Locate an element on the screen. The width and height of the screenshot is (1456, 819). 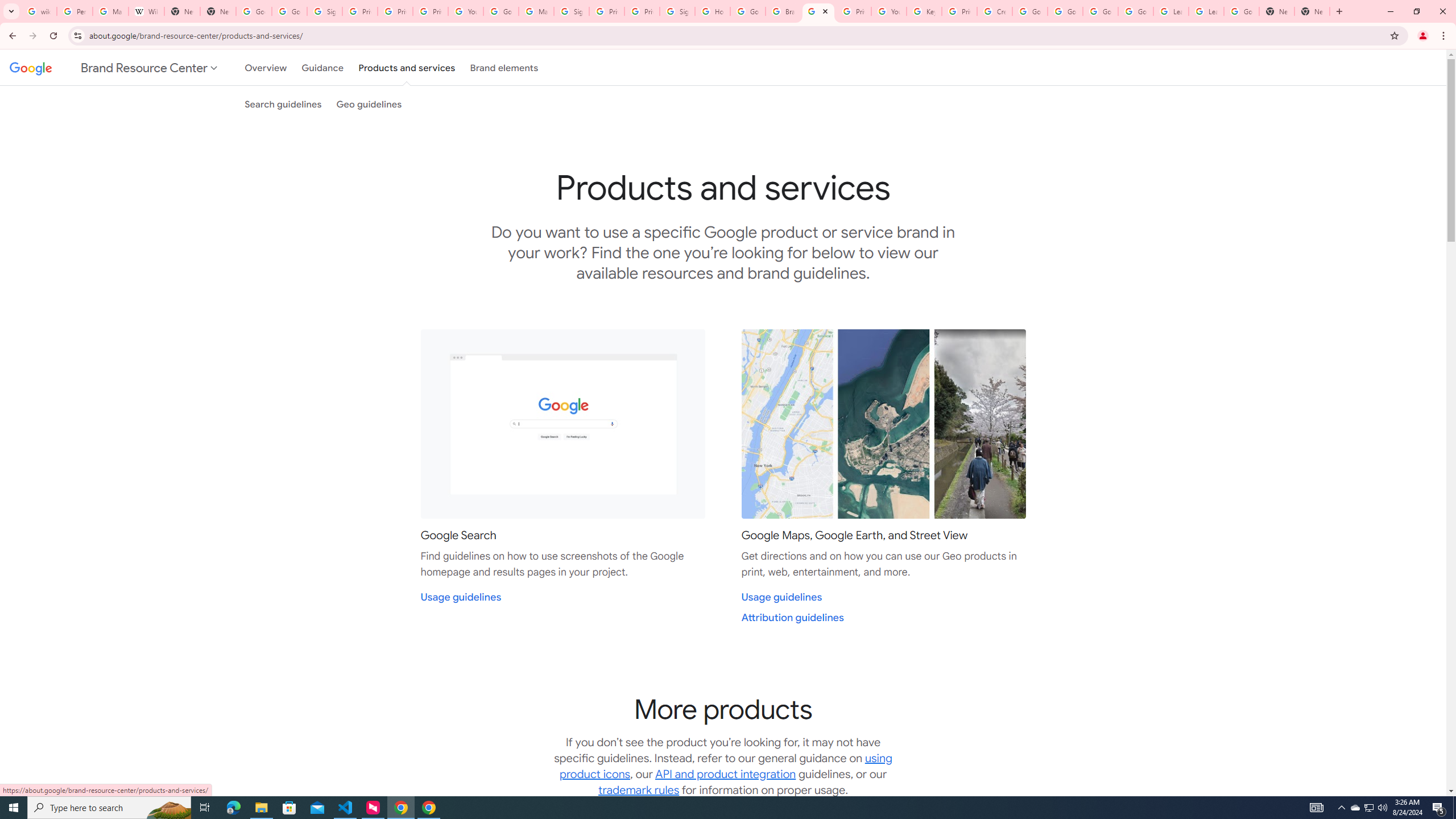
'Personalization & Google Search results - Google Search Help' is located at coordinates (74, 11).